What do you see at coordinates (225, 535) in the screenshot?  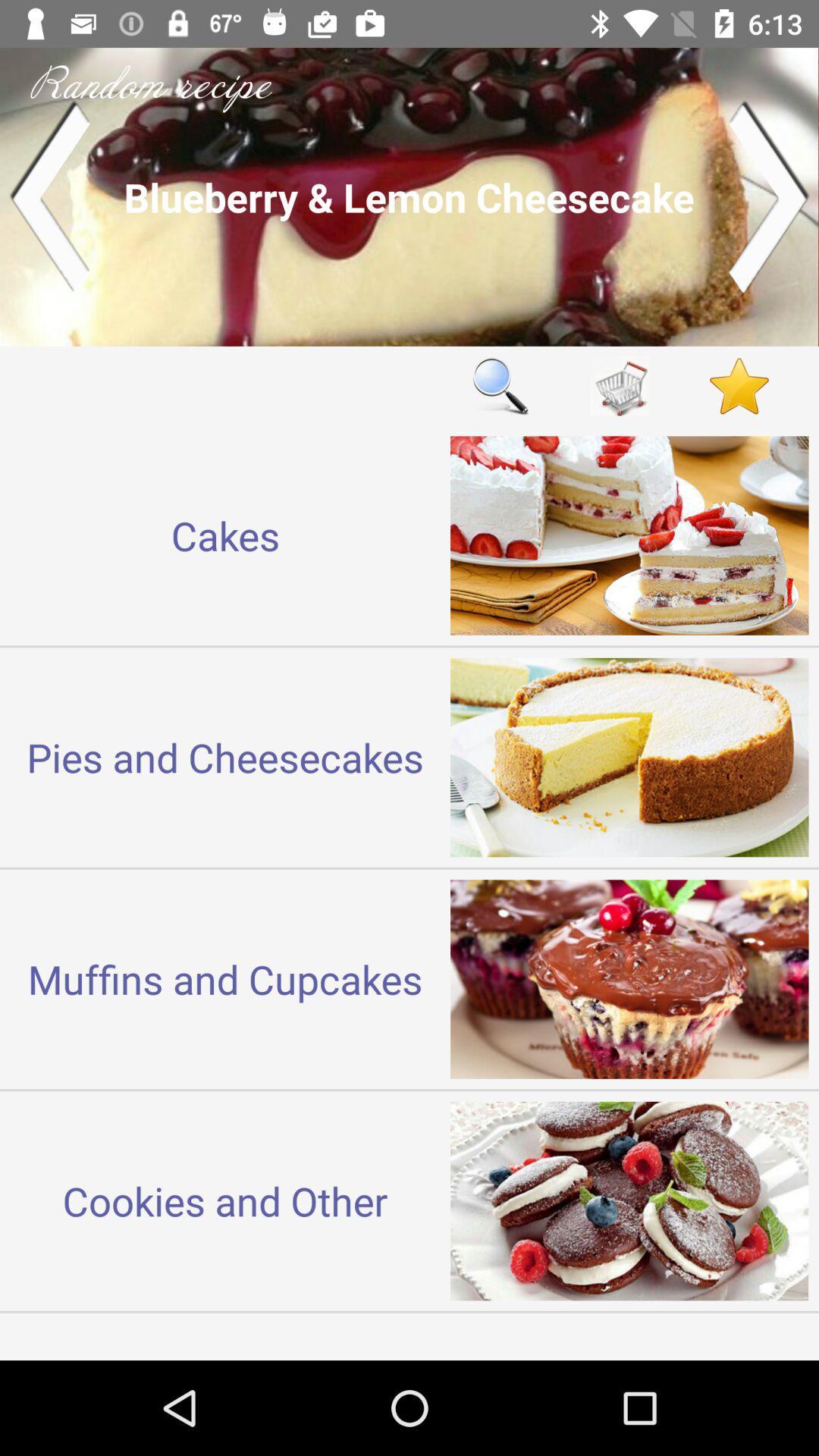 I see `cakes icon` at bounding box center [225, 535].